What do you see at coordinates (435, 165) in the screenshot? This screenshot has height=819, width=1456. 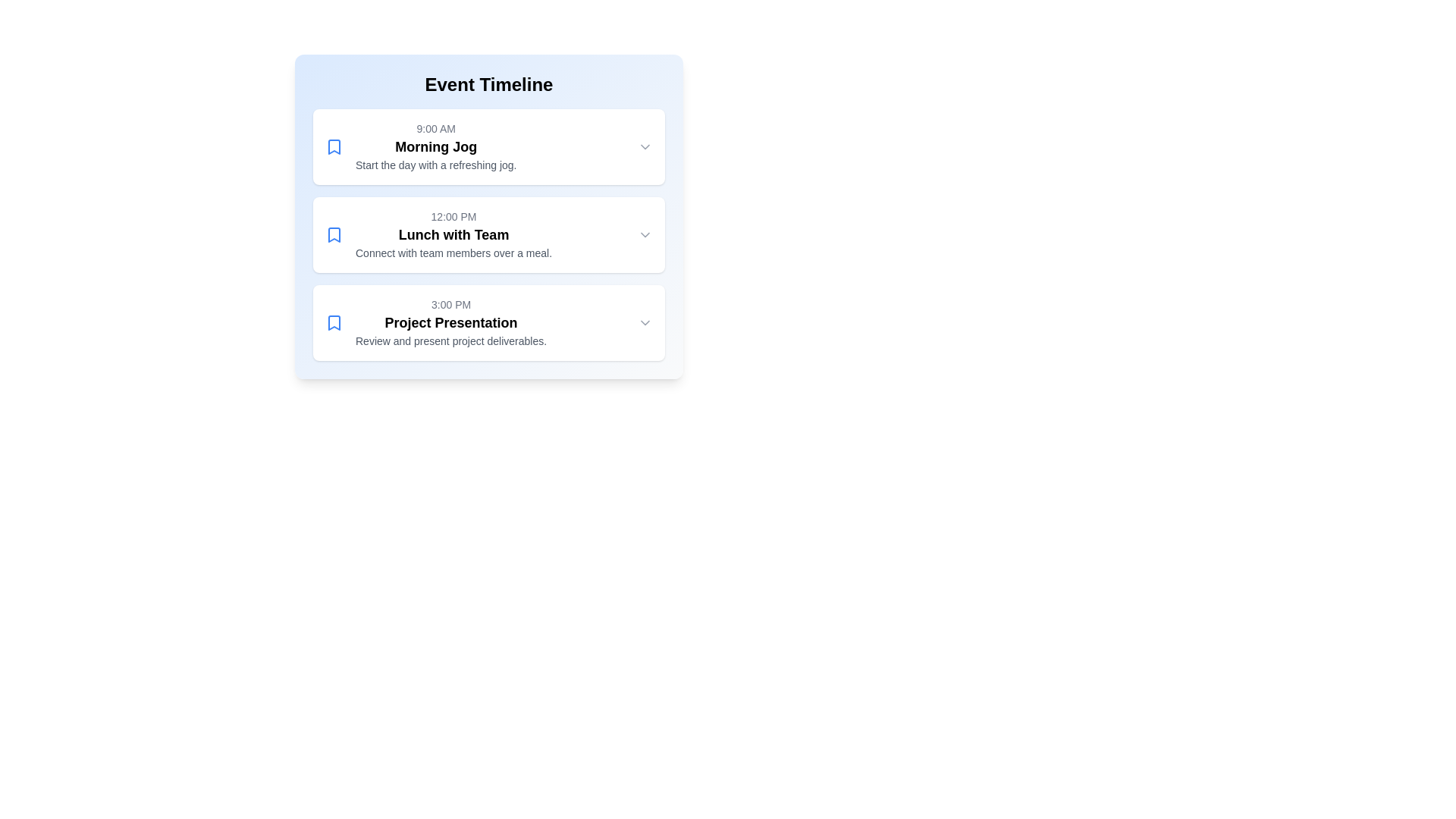 I see `the text label that reads 'Start the day with a refreshing jog.' which is styled with a small, gray-colored font and is located below the title 'Morning Jog'` at bounding box center [435, 165].